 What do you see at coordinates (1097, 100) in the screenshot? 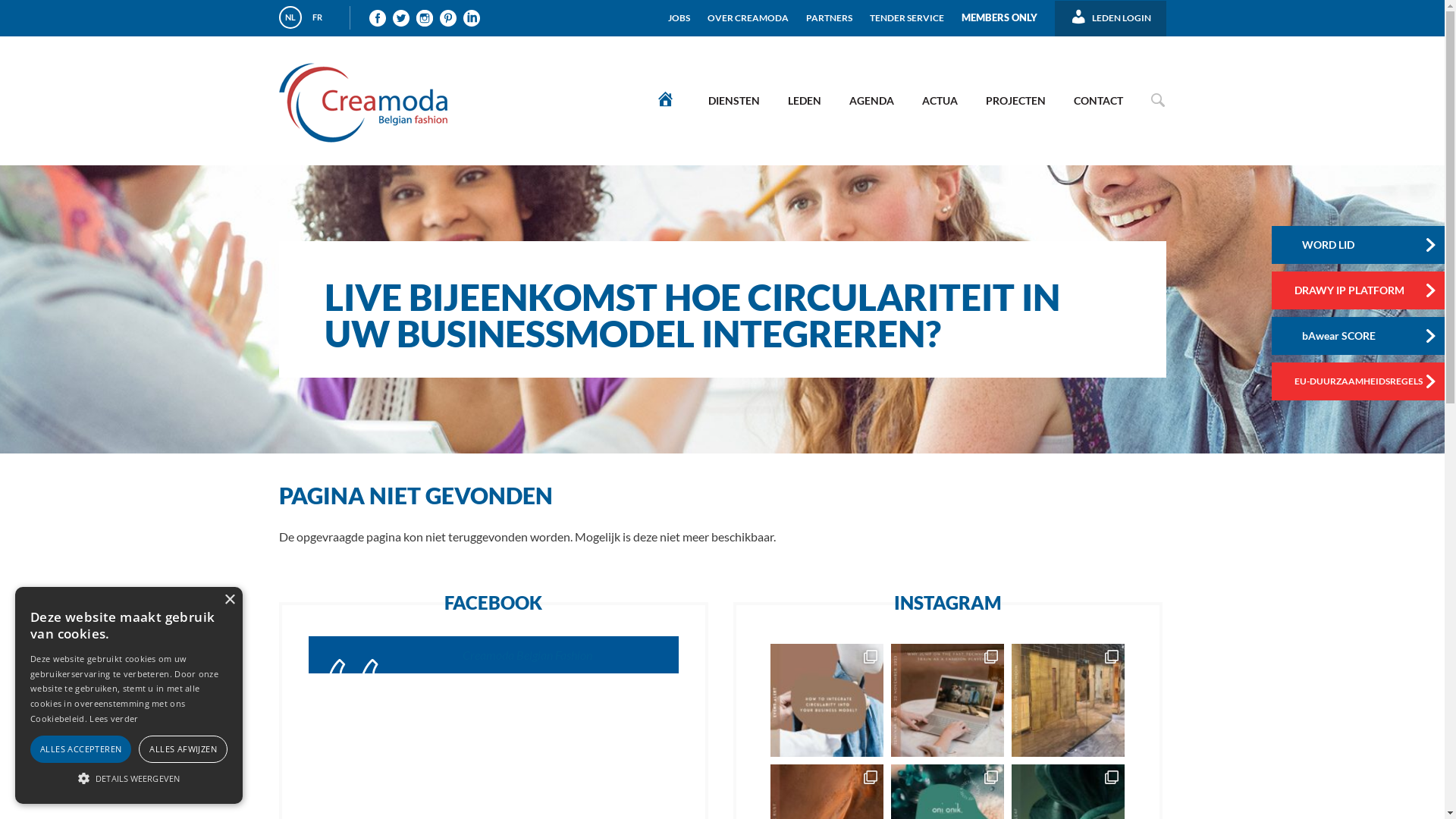
I see `'CONTACT'` at bounding box center [1097, 100].